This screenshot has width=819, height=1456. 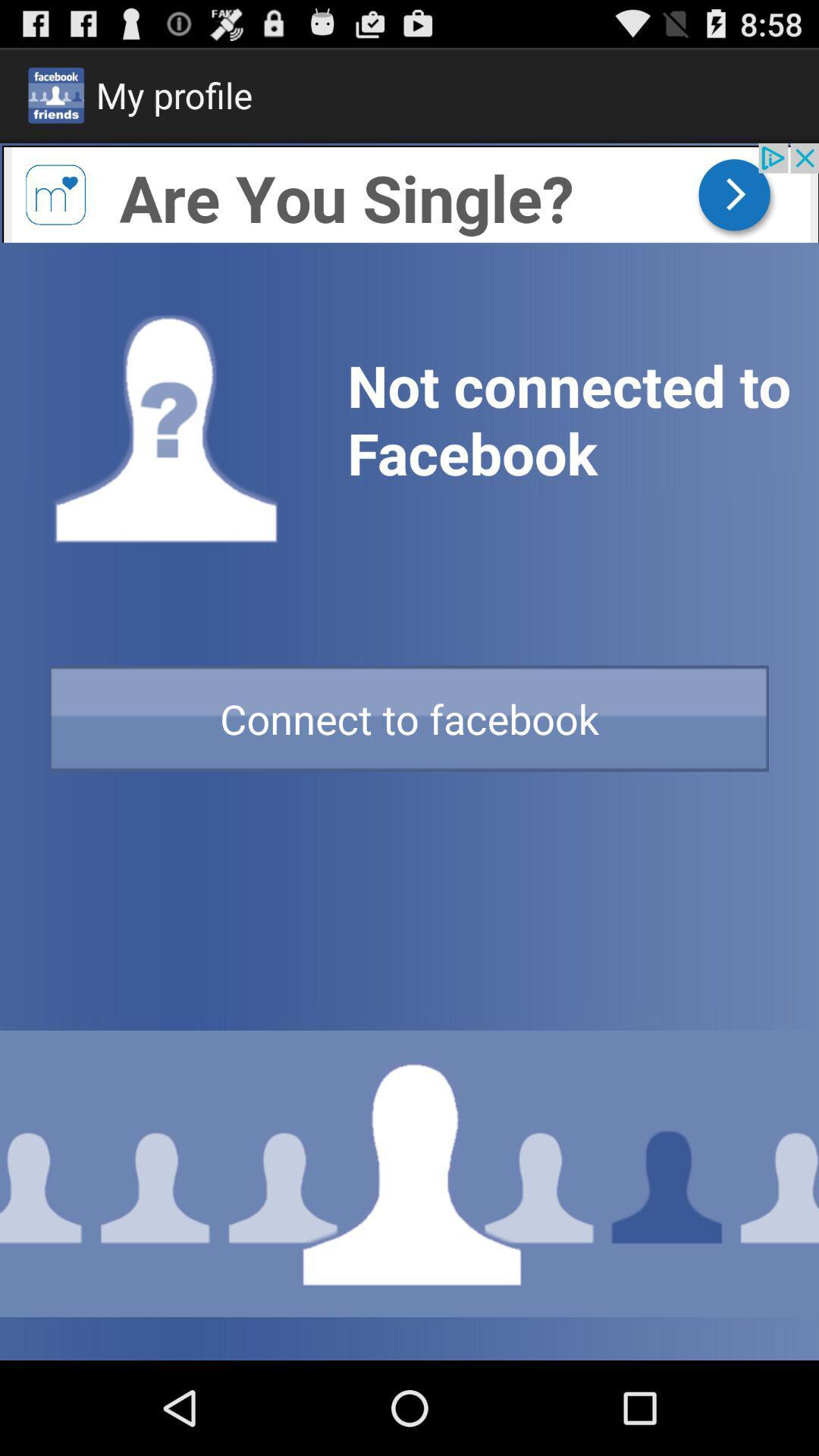 What do you see at coordinates (409, 192) in the screenshot?
I see `open advertisement for dating site` at bounding box center [409, 192].